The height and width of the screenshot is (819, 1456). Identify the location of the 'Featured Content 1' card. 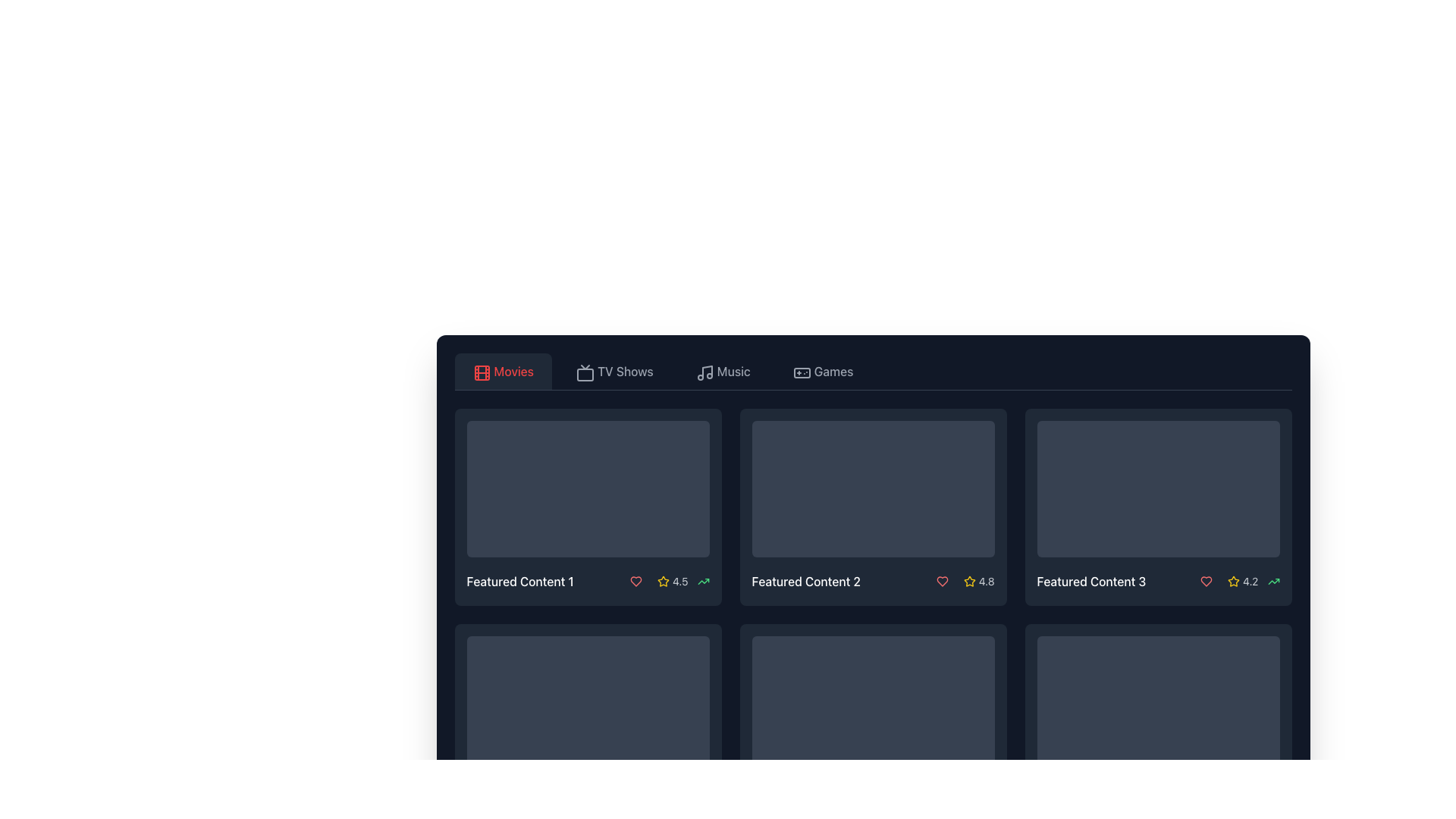
(587, 507).